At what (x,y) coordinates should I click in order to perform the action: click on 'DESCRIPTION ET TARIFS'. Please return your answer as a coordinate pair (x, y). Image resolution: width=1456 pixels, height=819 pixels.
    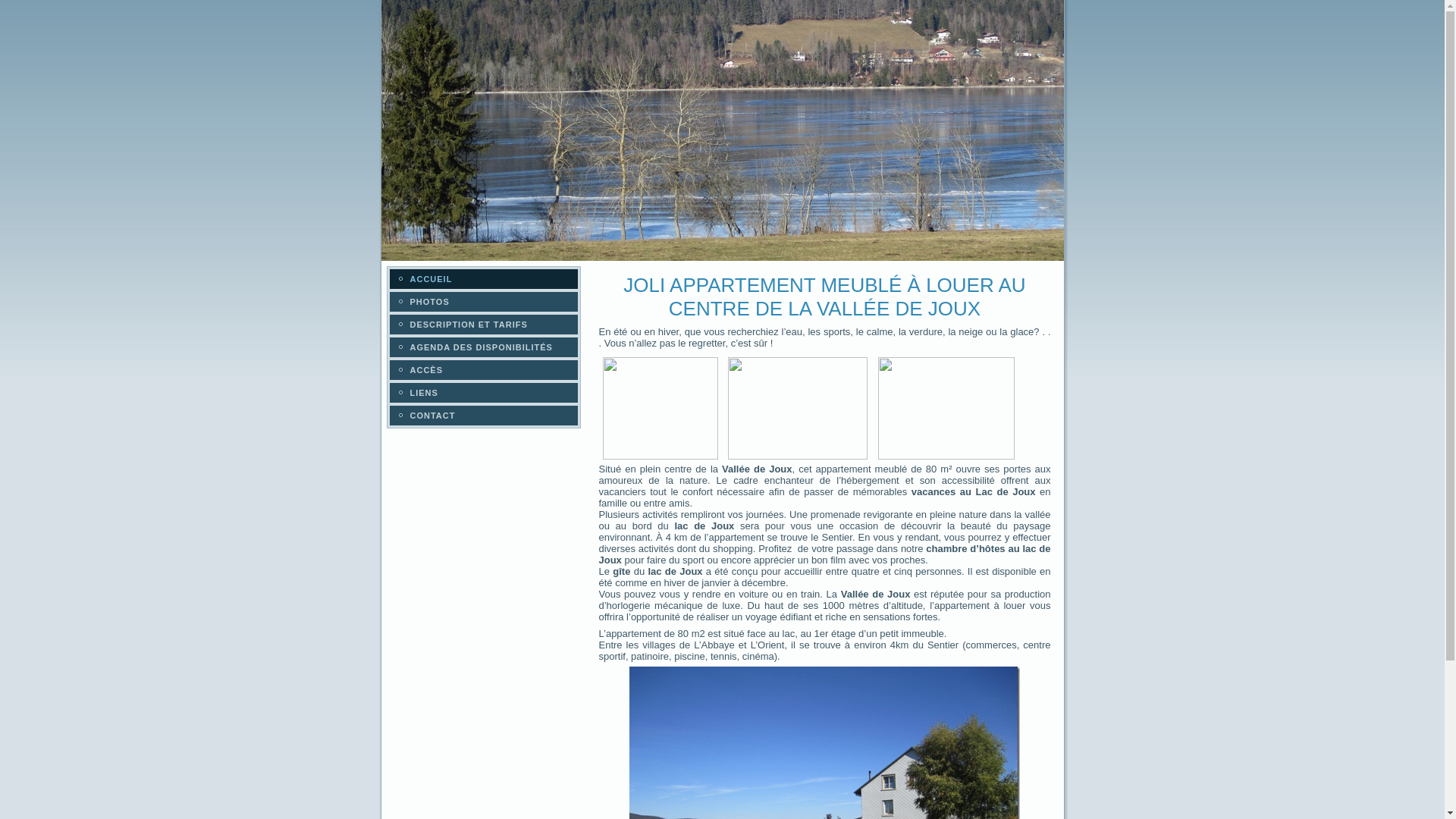
    Looking at the image, I should click on (483, 324).